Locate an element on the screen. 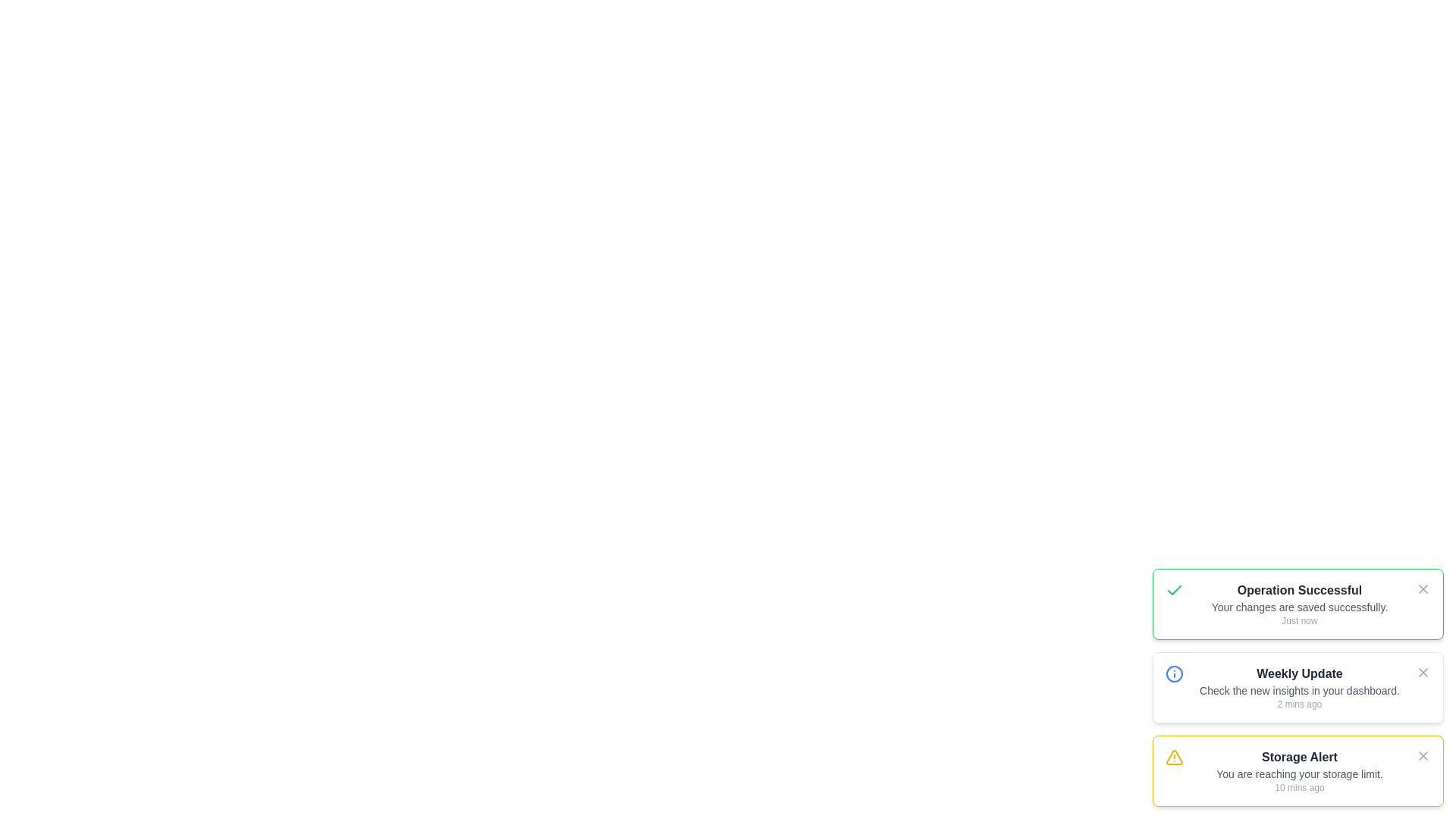 The height and width of the screenshot is (819, 1456). the close button in the upper right corner of the 'Weekly Update' notification card to change its color is located at coordinates (1422, 672).